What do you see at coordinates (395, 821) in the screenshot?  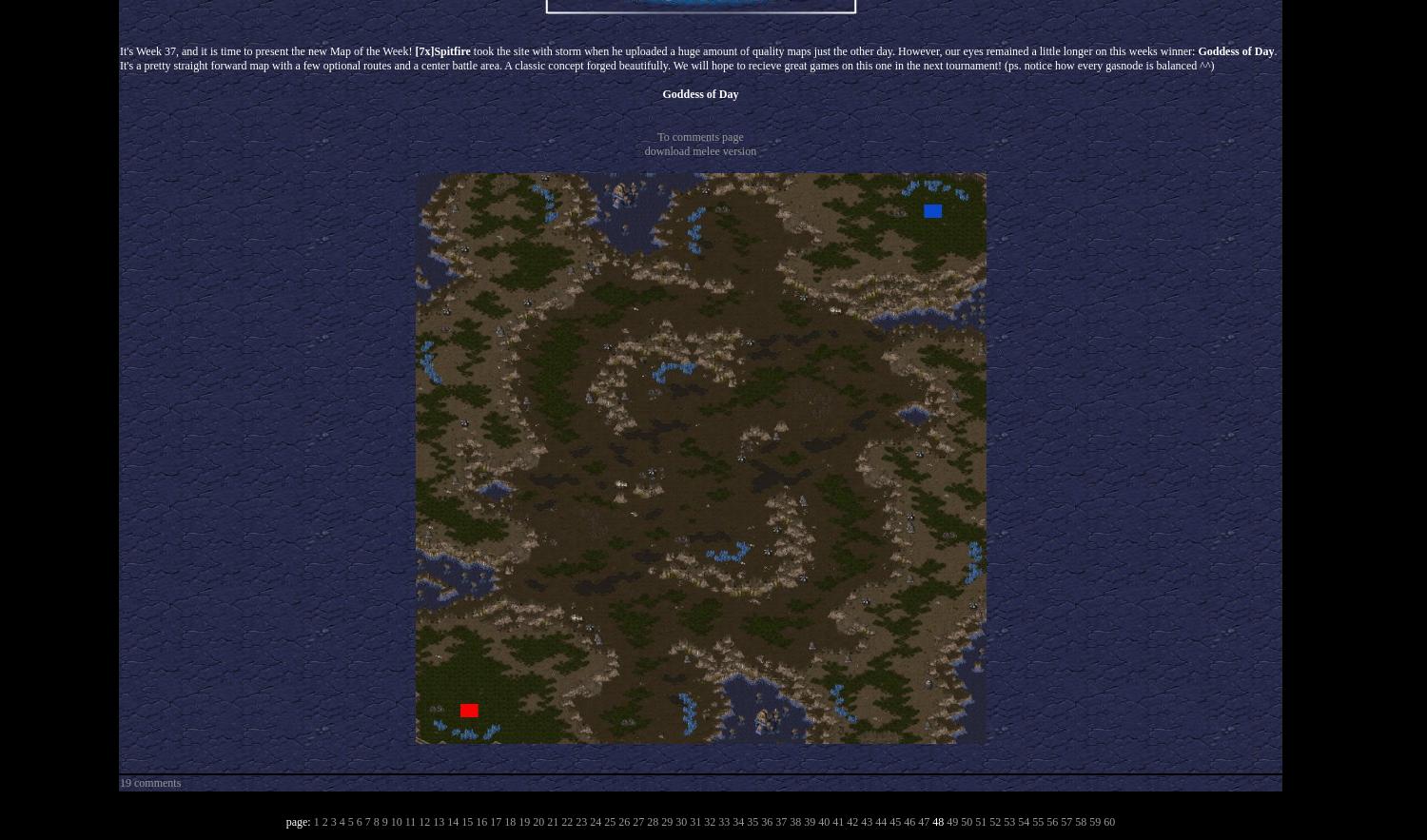 I see `'10'` at bounding box center [395, 821].